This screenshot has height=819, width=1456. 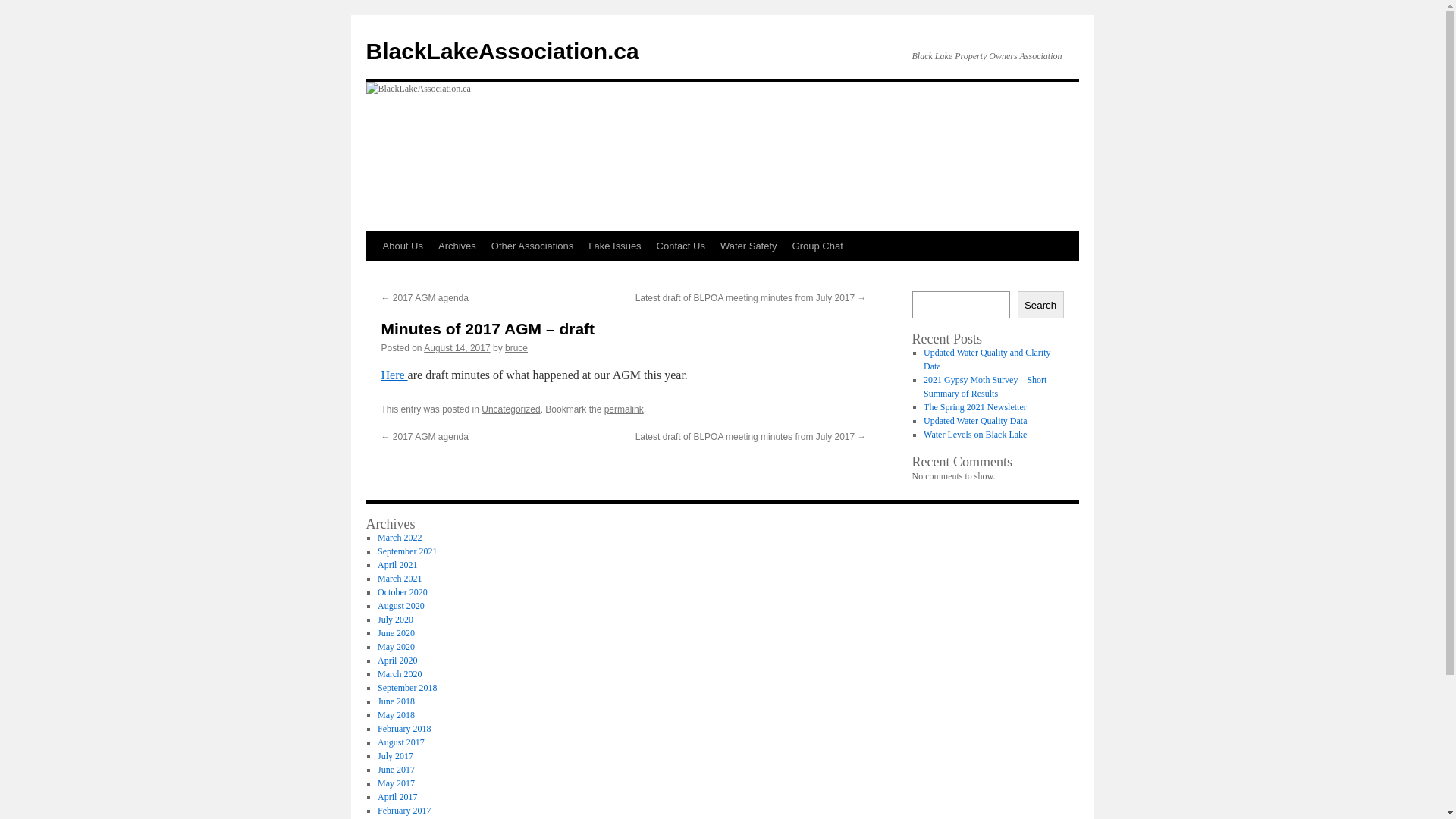 What do you see at coordinates (817, 245) in the screenshot?
I see `'Group Chat'` at bounding box center [817, 245].